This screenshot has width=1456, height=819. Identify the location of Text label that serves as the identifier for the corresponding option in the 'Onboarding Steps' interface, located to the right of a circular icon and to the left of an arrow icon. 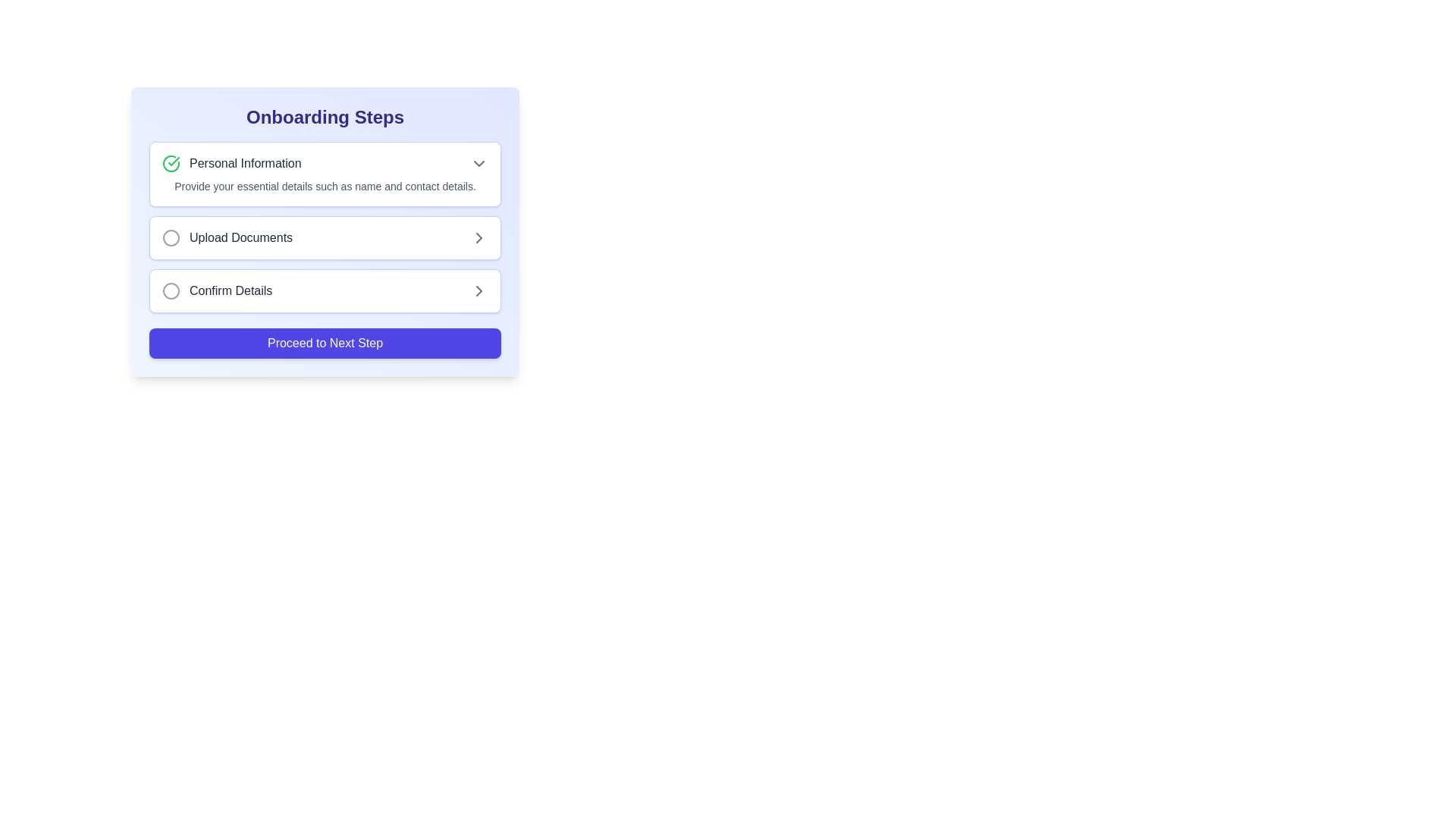
(230, 291).